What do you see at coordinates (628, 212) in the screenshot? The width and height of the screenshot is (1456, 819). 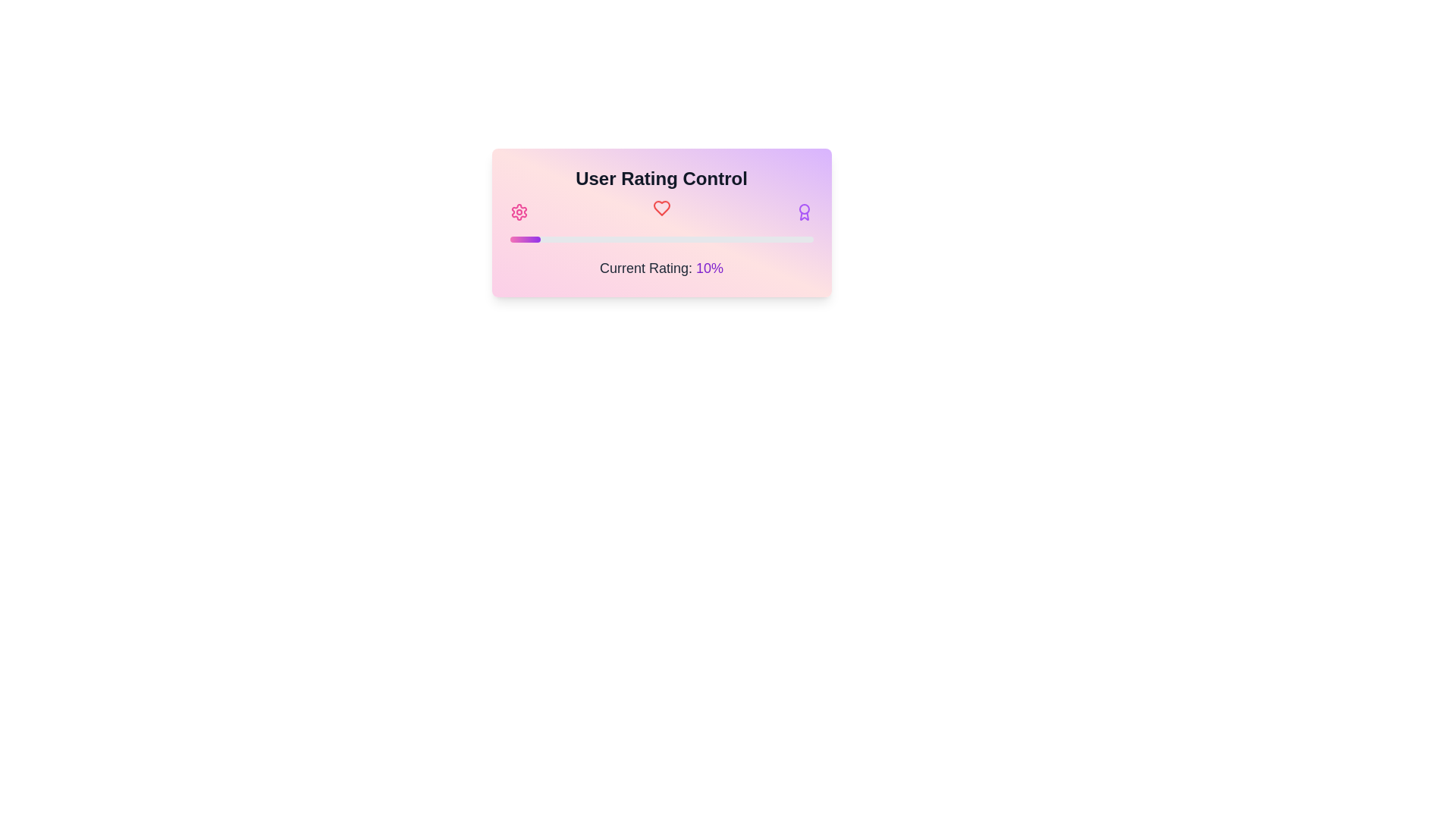 I see `the rating value` at bounding box center [628, 212].